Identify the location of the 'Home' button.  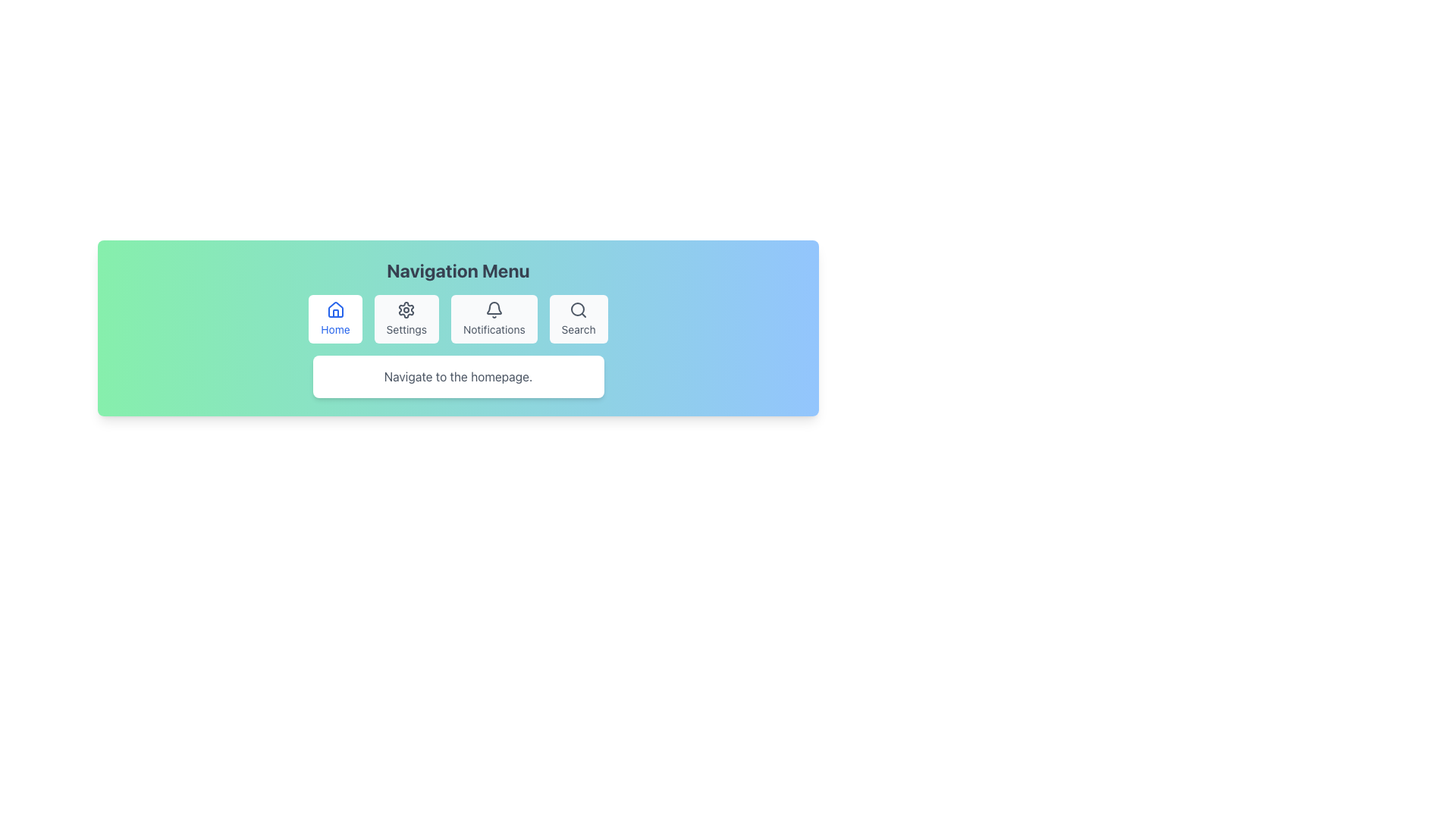
(334, 318).